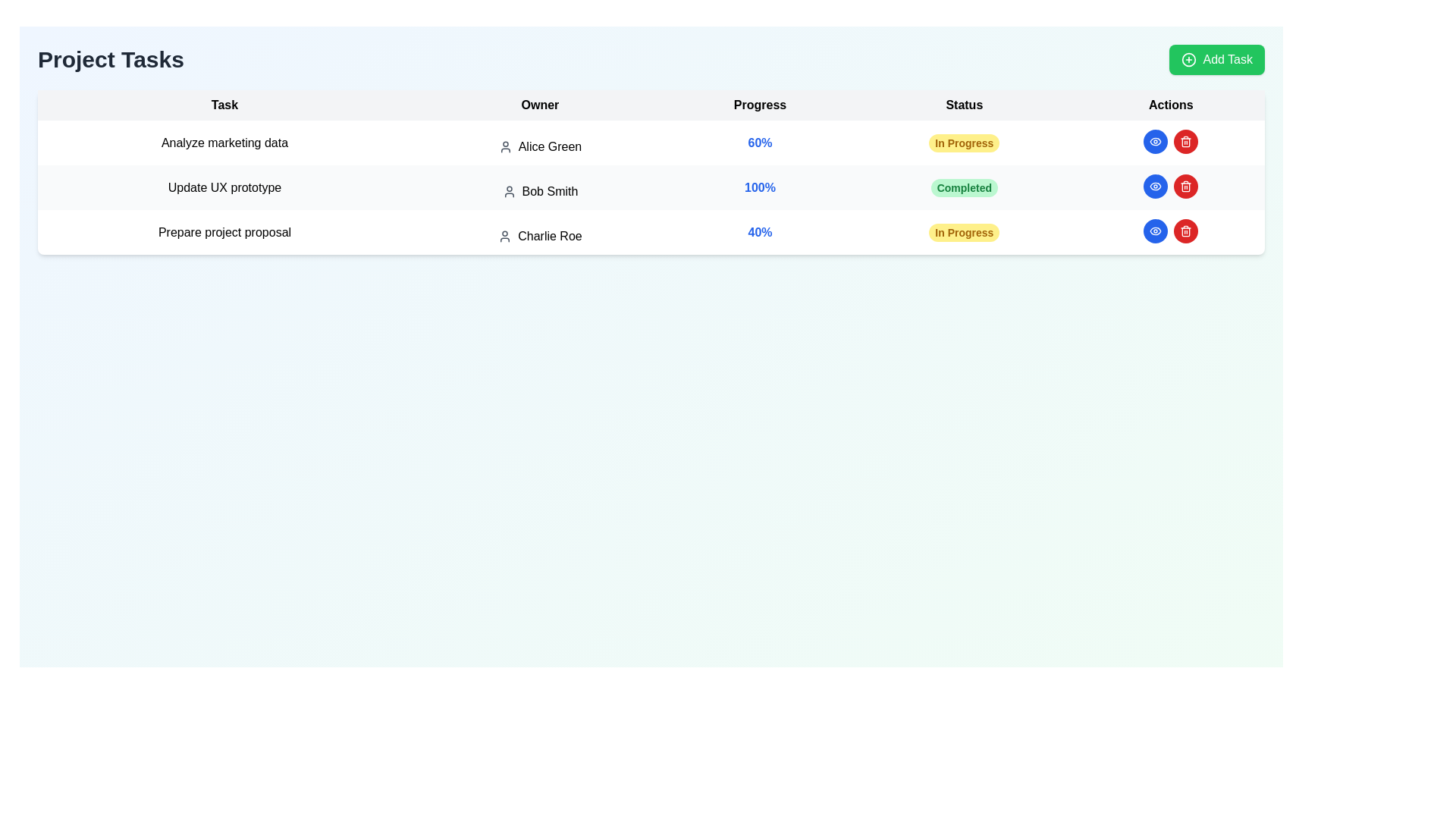  What do you see at coordinates (224, 232) in the screenshot?
I see `the static text label displaying 'Prepare project proposal', which is located in the first column of the third row within the 'Project Tasks' table, directly below 'Update UX prototype'` at bounding box center [224, 232].